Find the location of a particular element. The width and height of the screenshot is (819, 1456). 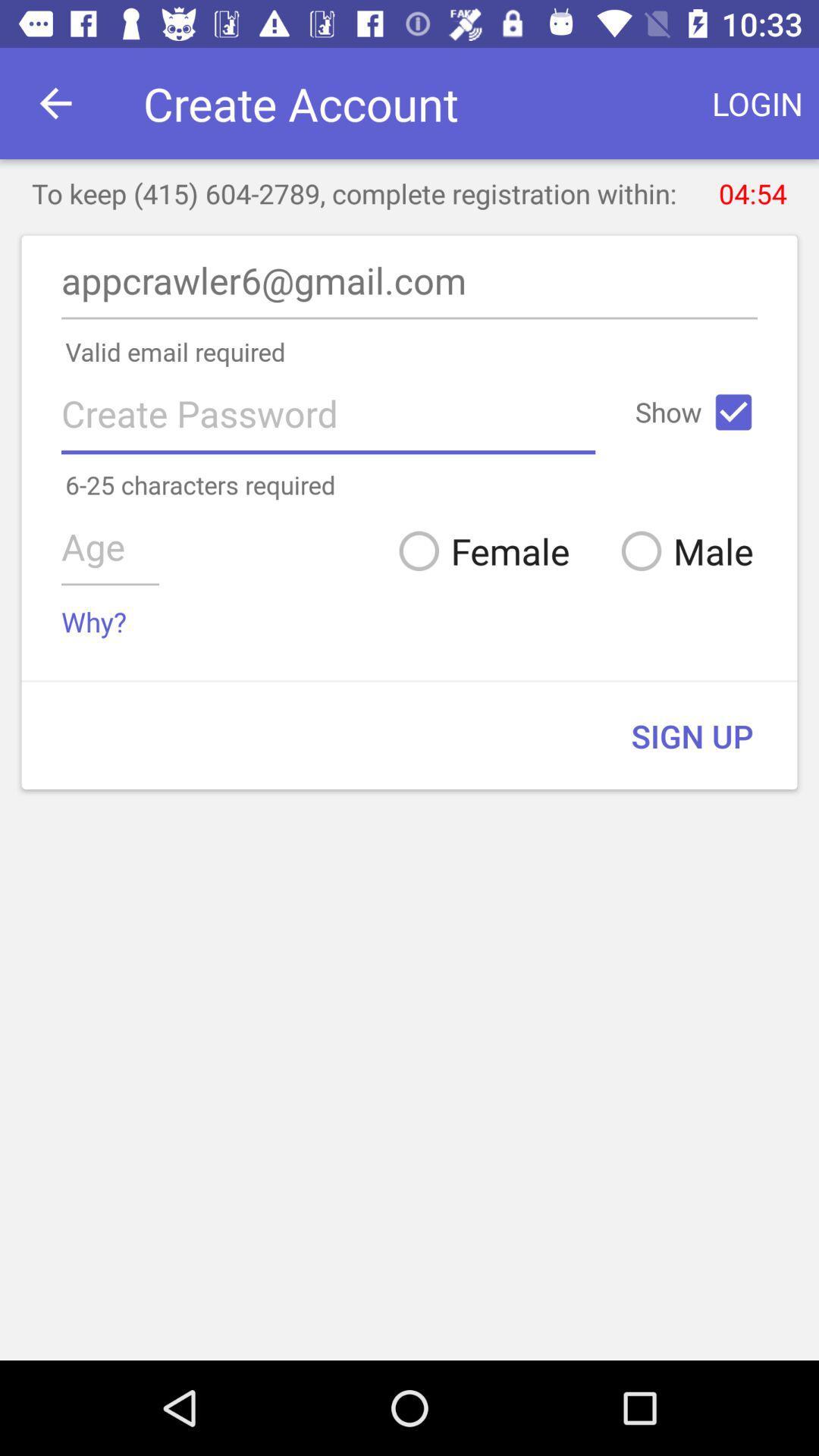

item above to keep 415 is located at coordinates (758, 102).